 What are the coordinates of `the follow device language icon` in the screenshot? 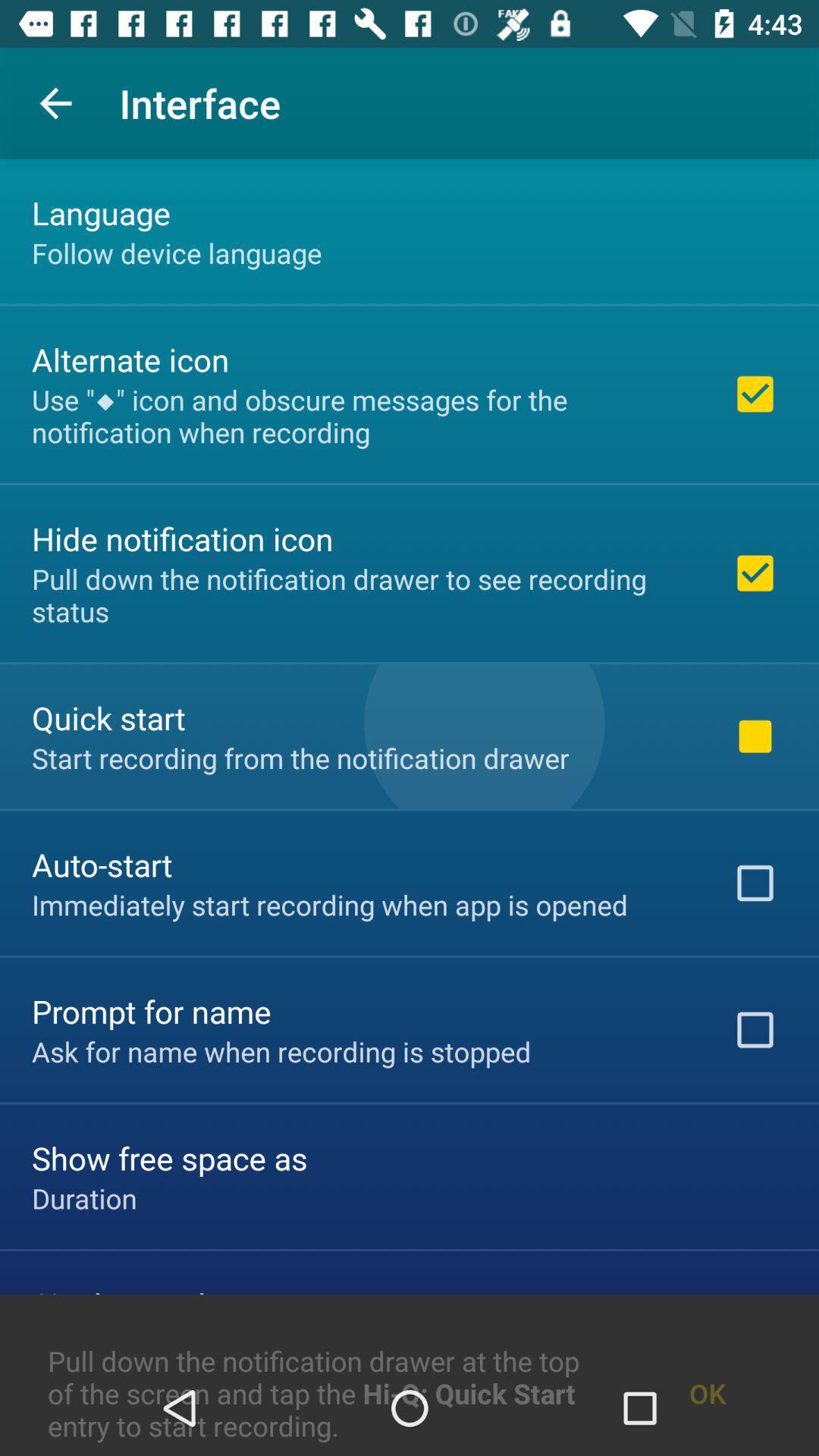 It's located at (176, 253).